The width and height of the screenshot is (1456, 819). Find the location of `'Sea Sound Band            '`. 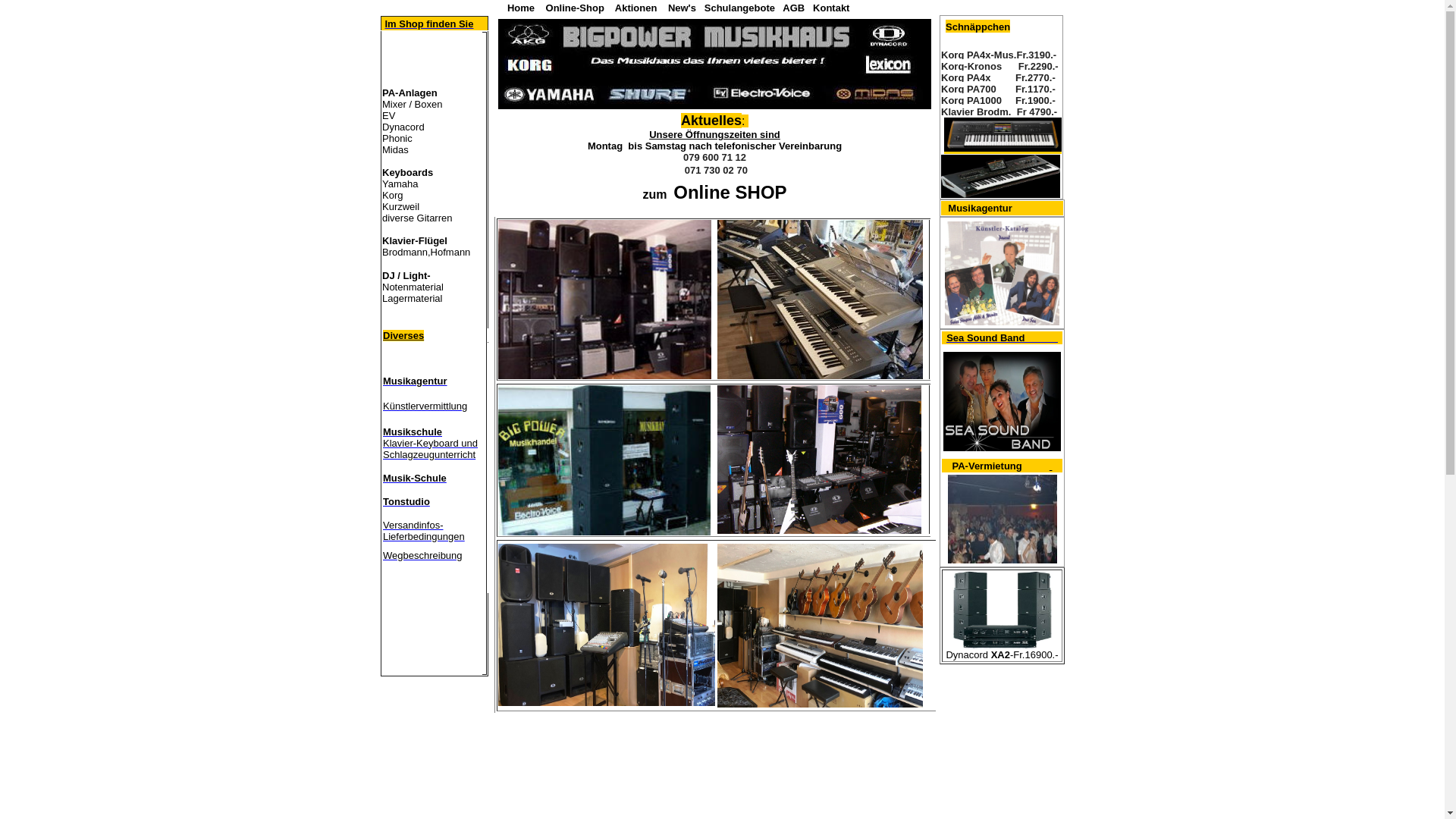

'Sea Sound Band            ' is located at coordinates (1002, 337).